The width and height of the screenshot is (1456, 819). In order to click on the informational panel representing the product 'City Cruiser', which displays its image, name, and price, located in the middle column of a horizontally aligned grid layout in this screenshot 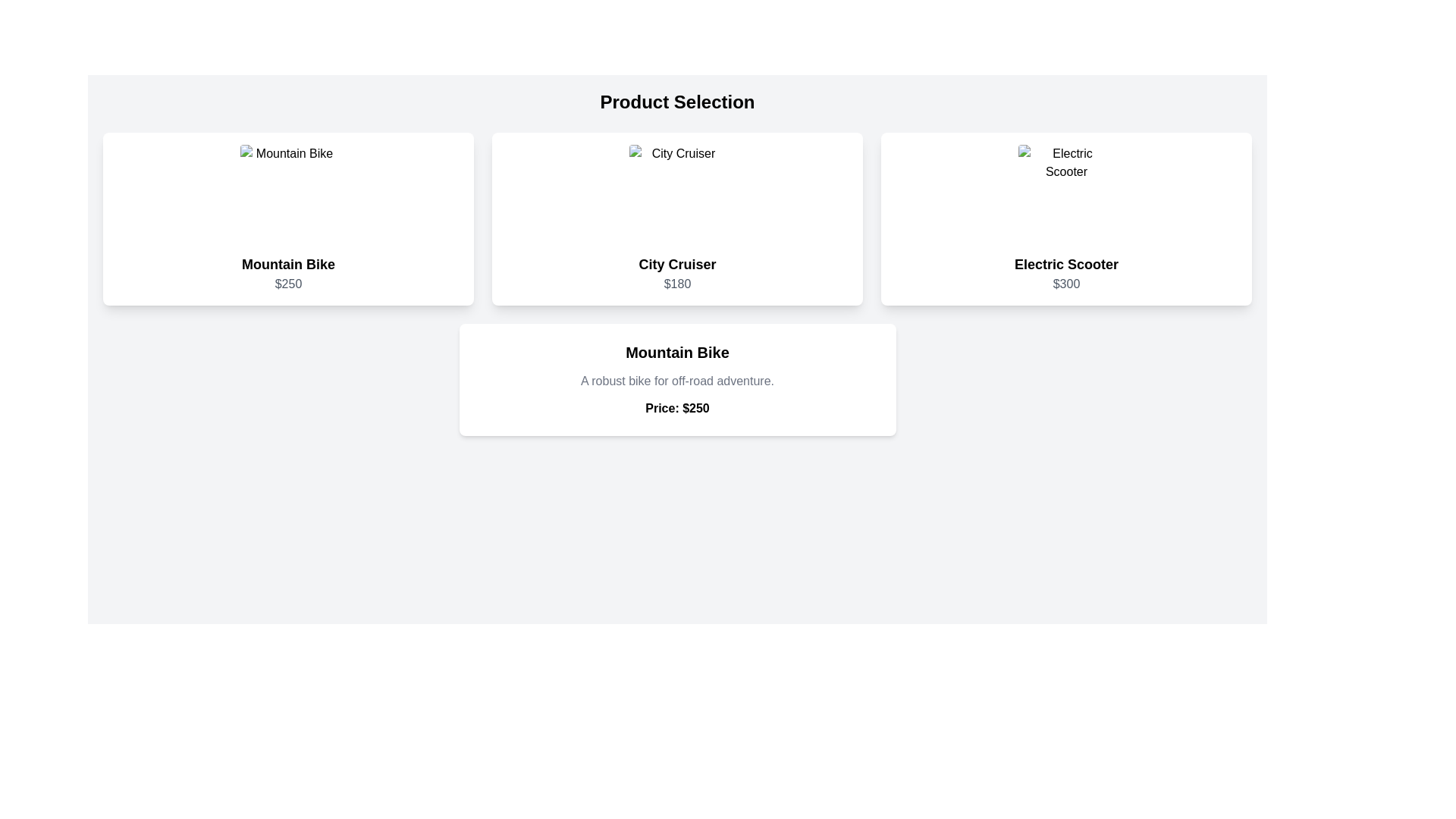, I will do `click(676, 219)`.